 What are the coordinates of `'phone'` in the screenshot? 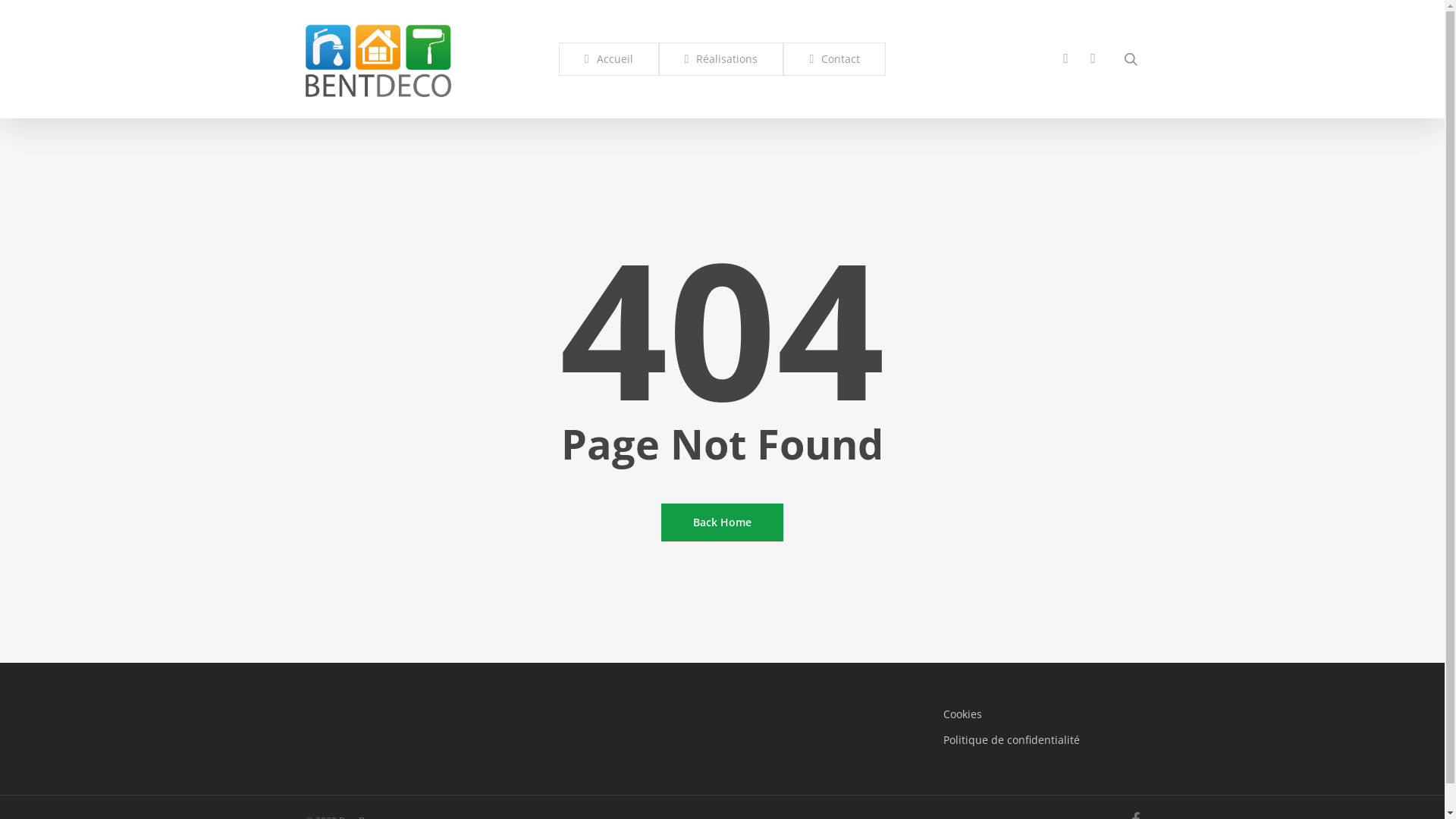 It's located at (1051, 58).